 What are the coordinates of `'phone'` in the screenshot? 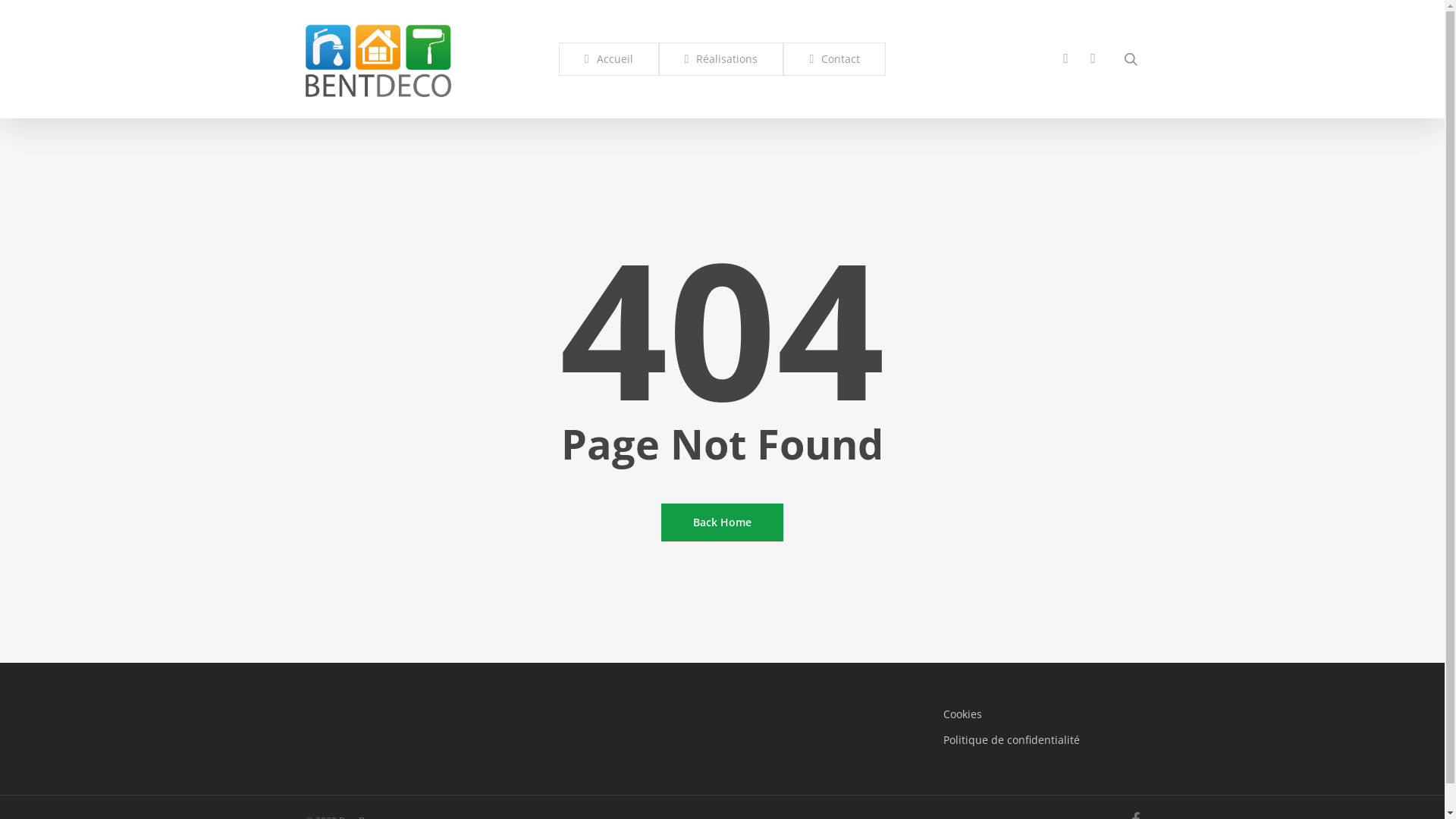 It's located at (1051, 58).